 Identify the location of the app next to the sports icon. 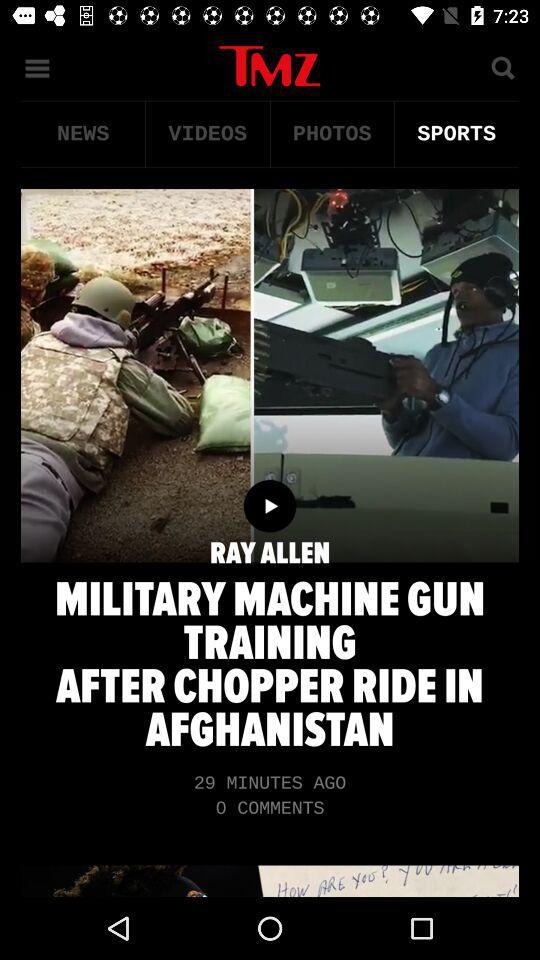
(332, 133).